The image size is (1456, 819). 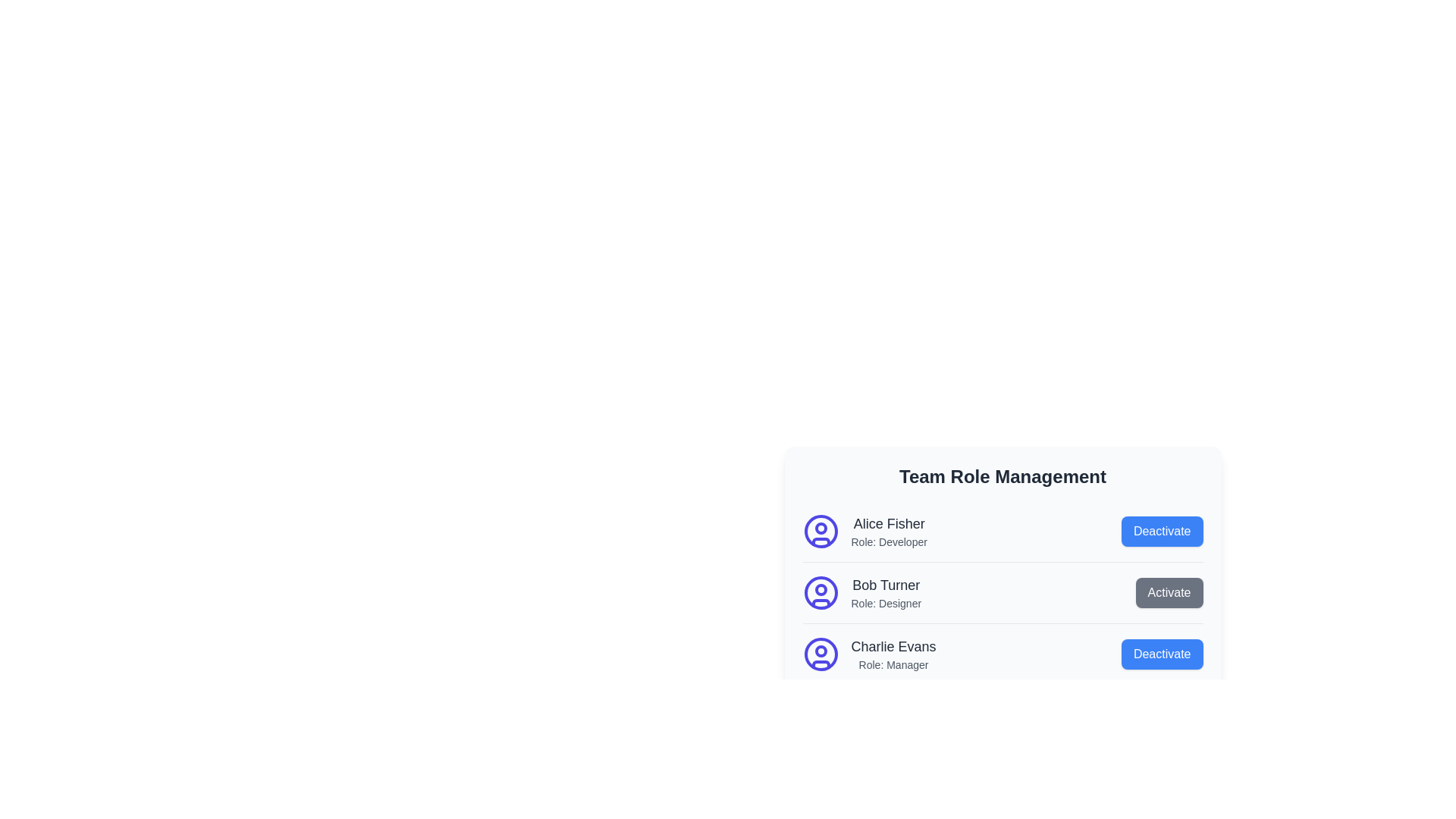 I want to click on the informational display item for 'Bob Turner', which features a blue person icon and the text 'Bob Turner' in bold followed by 'Role: Designer'. This item is situated between 'Alice Fisher' and 'Charlie Evans' in the 'Team Role Management' section, so click(x=861, y=592).